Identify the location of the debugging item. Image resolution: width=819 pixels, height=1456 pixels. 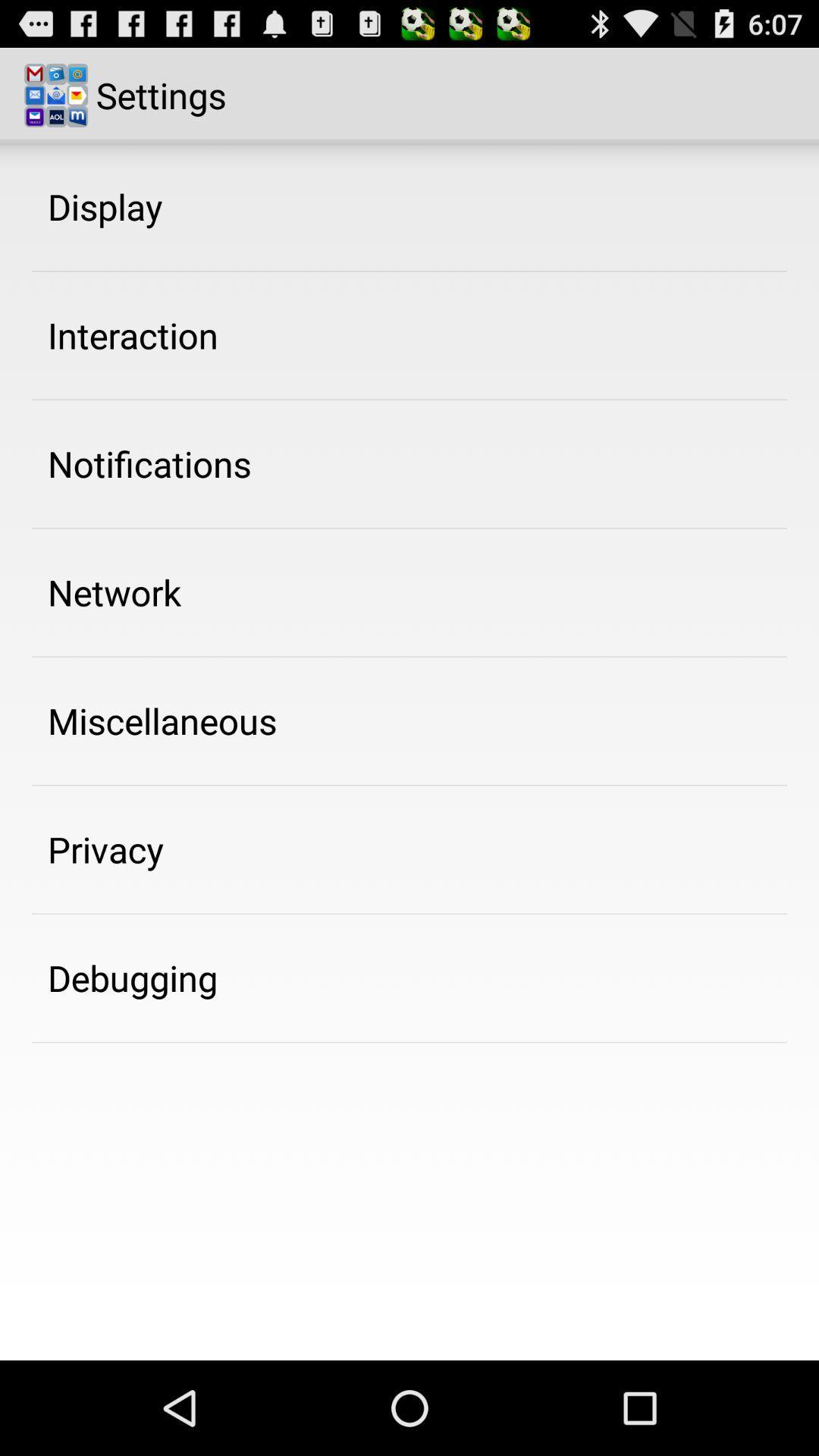
(132, 977).